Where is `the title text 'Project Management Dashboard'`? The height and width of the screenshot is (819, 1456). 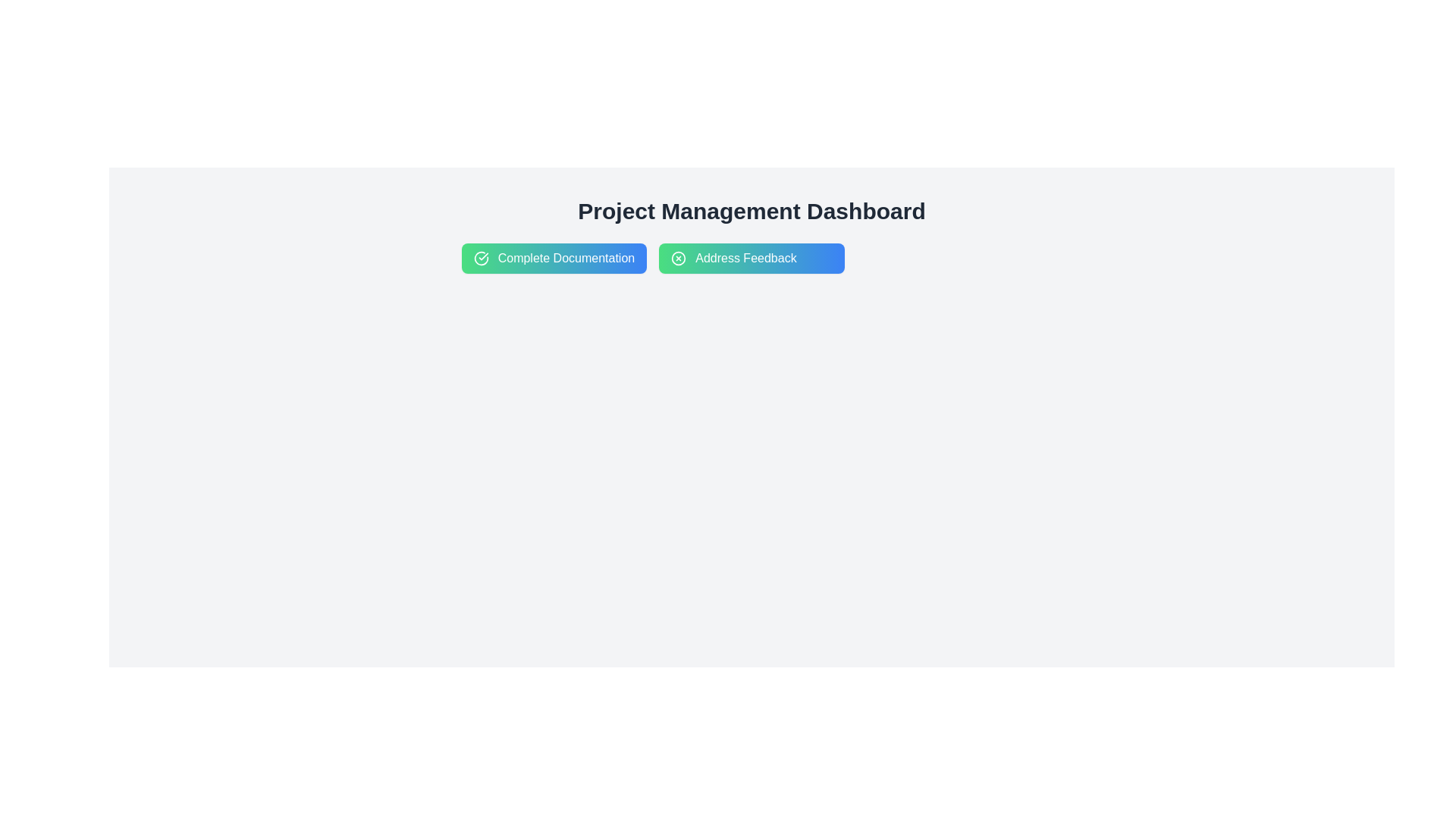 the title text 'Project Management Dashboard' is located at coordinates (752, 211).